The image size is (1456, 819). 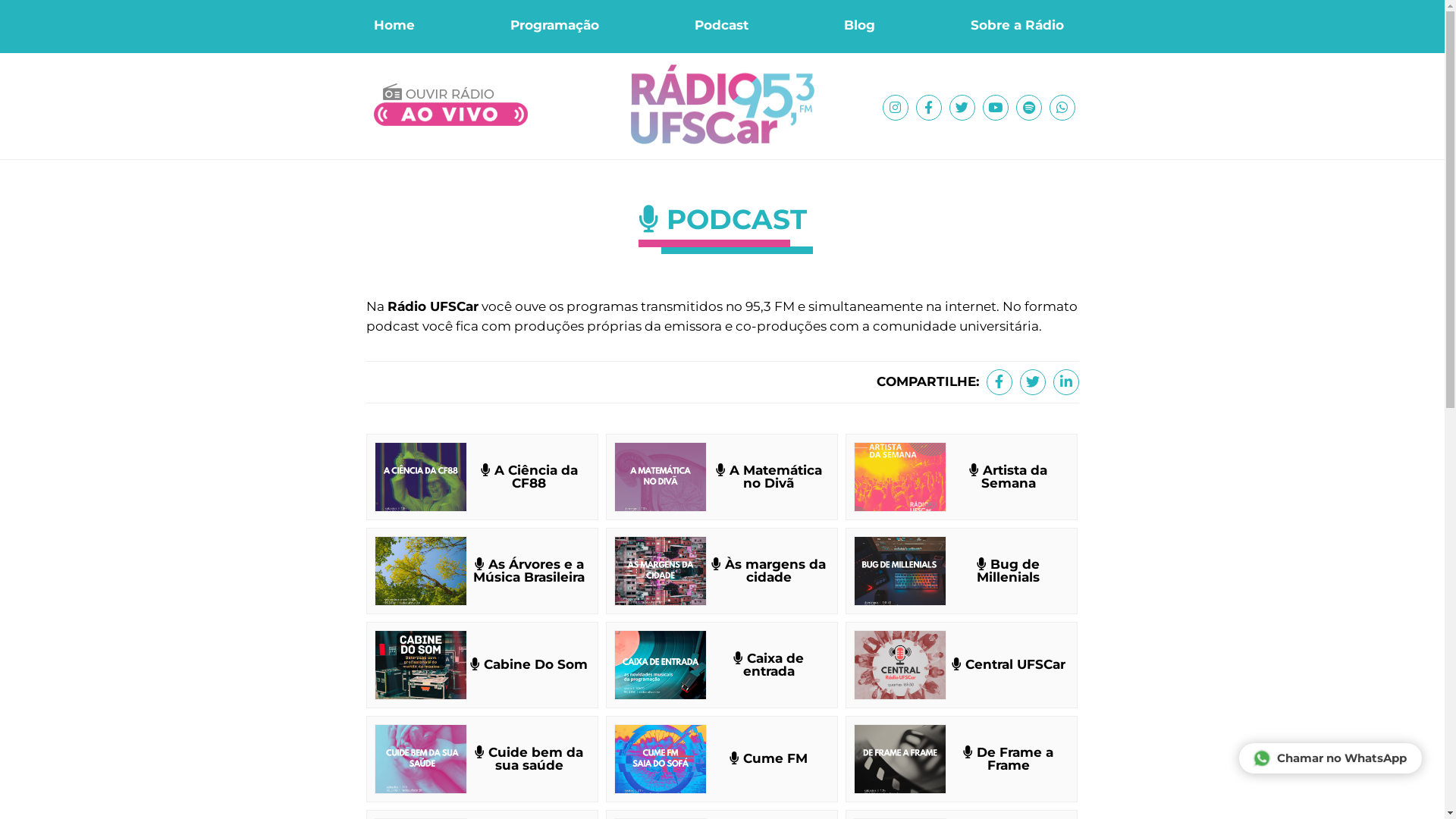 What do you see at coordinates (1065, 381) in the screenshot?
I see `'Linkedin'` at bounding box center [1065, 381].